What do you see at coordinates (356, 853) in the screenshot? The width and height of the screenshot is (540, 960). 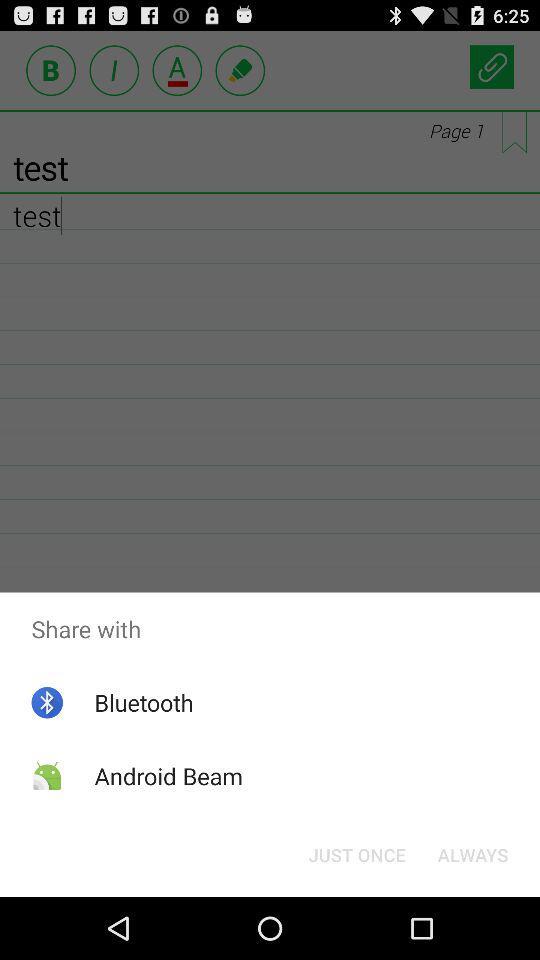 I see `the button at the bottom` at bounding box center [356, 853].